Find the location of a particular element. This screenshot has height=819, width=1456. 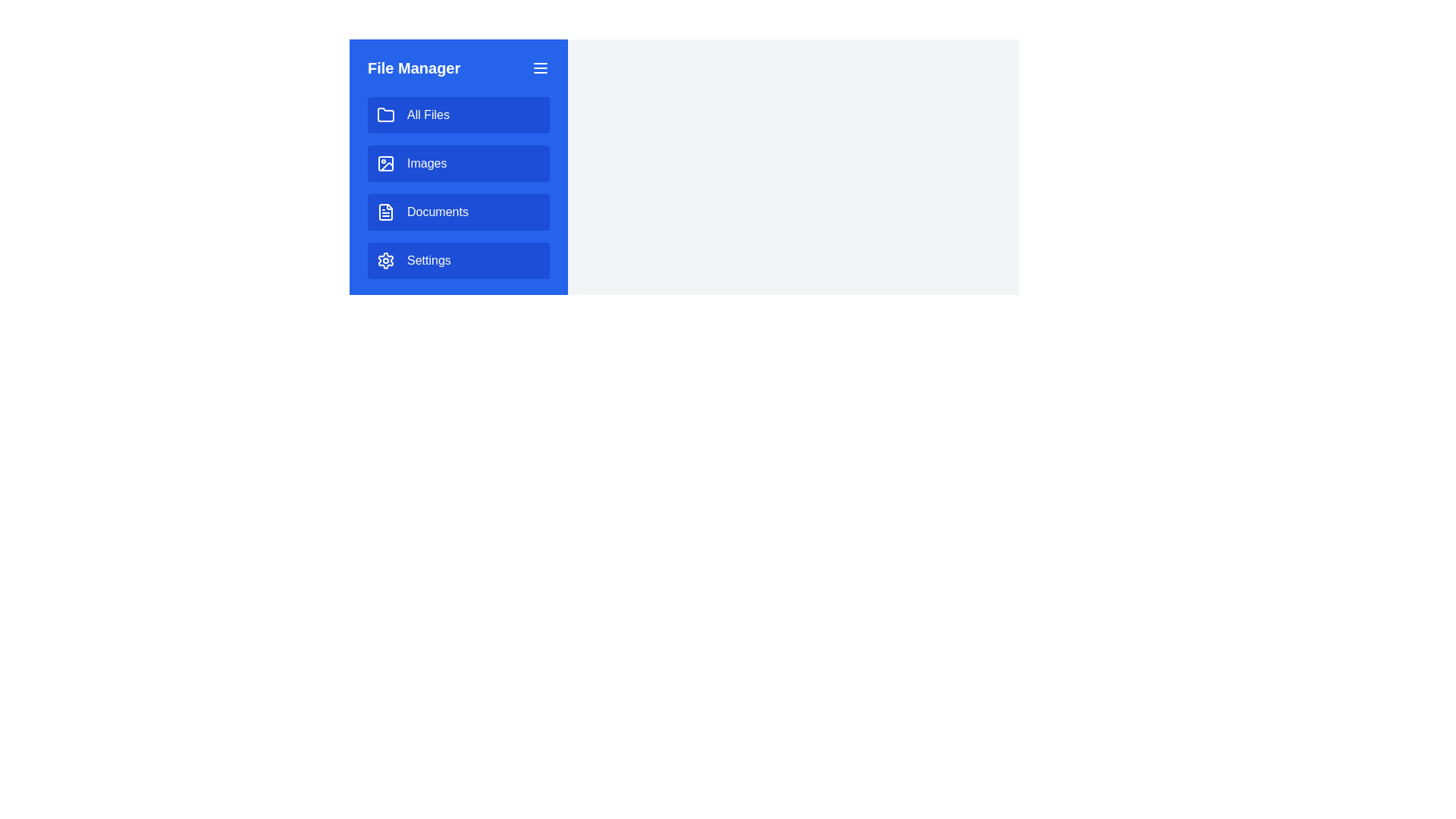

the navigation menu item labeled Settings is located at coordinates (457, 259).